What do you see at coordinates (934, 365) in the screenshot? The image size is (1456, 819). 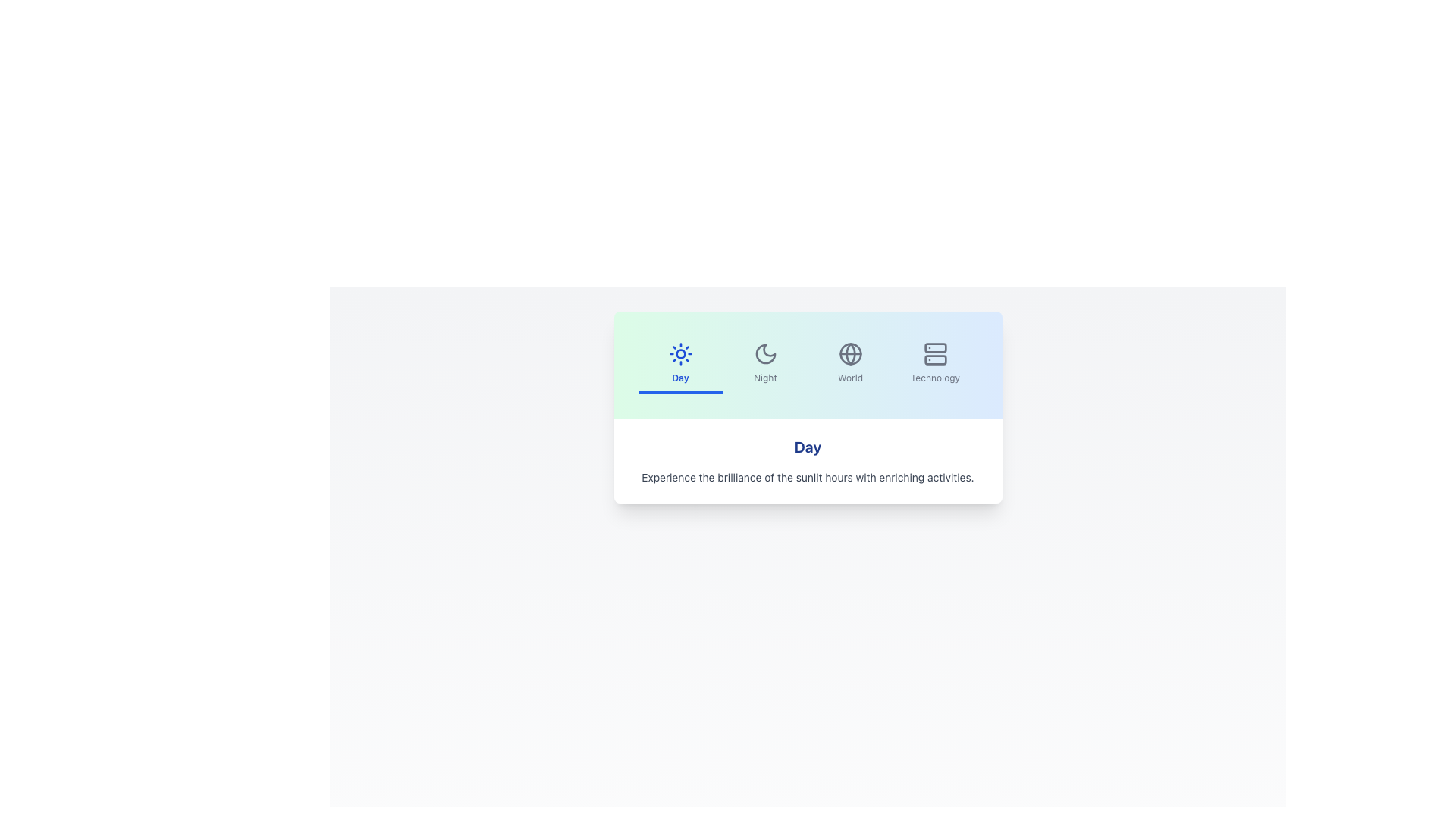 I see `the 'Technology' button located in the bottom-right horizontal menu bar` at bounding box center [934, 365].